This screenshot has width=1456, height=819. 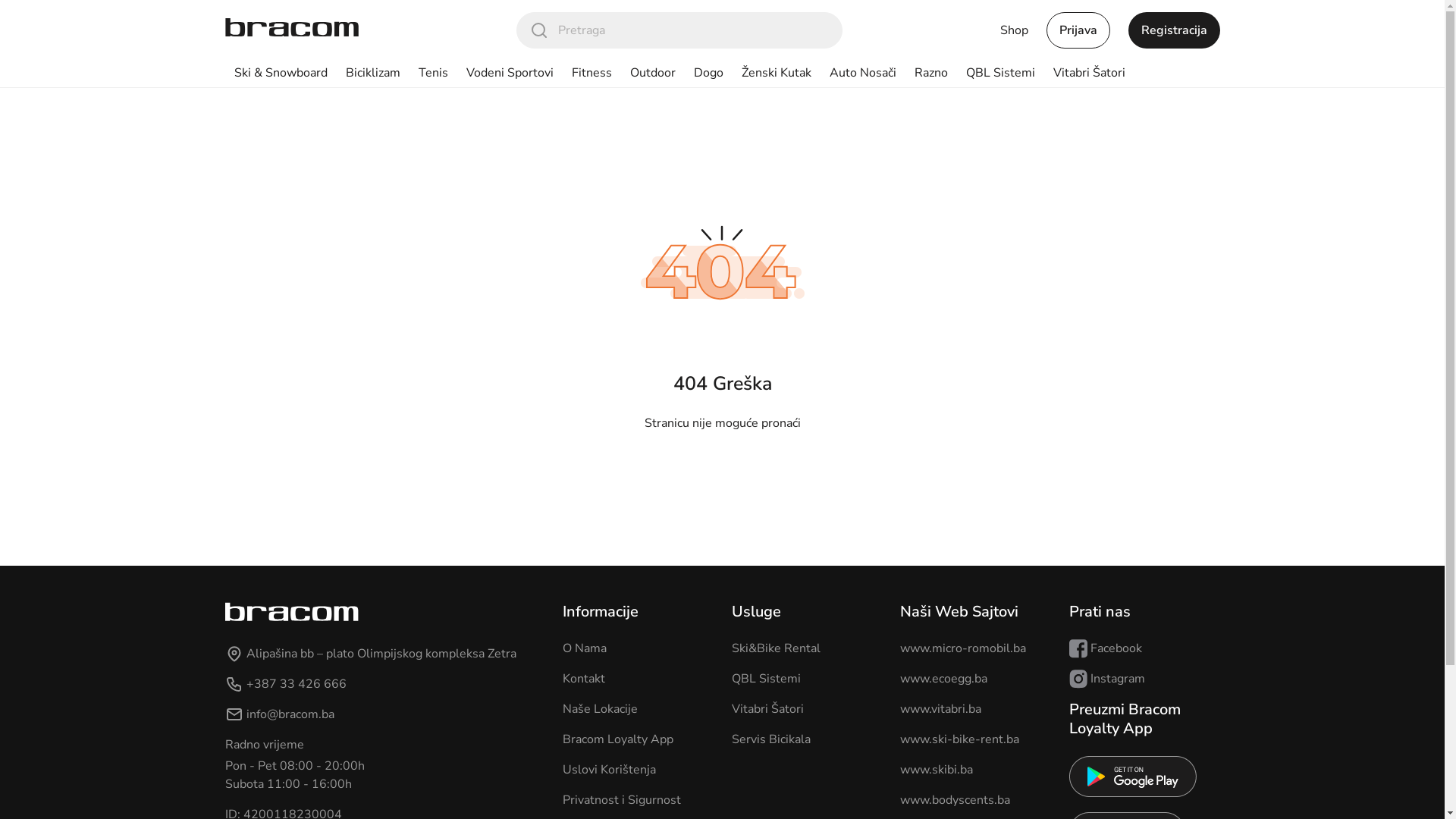 What do you see at coordinates (1000, 73) in the screenshot?
I see `'QBL Sistemi'` at bounding box center [1000, 73].